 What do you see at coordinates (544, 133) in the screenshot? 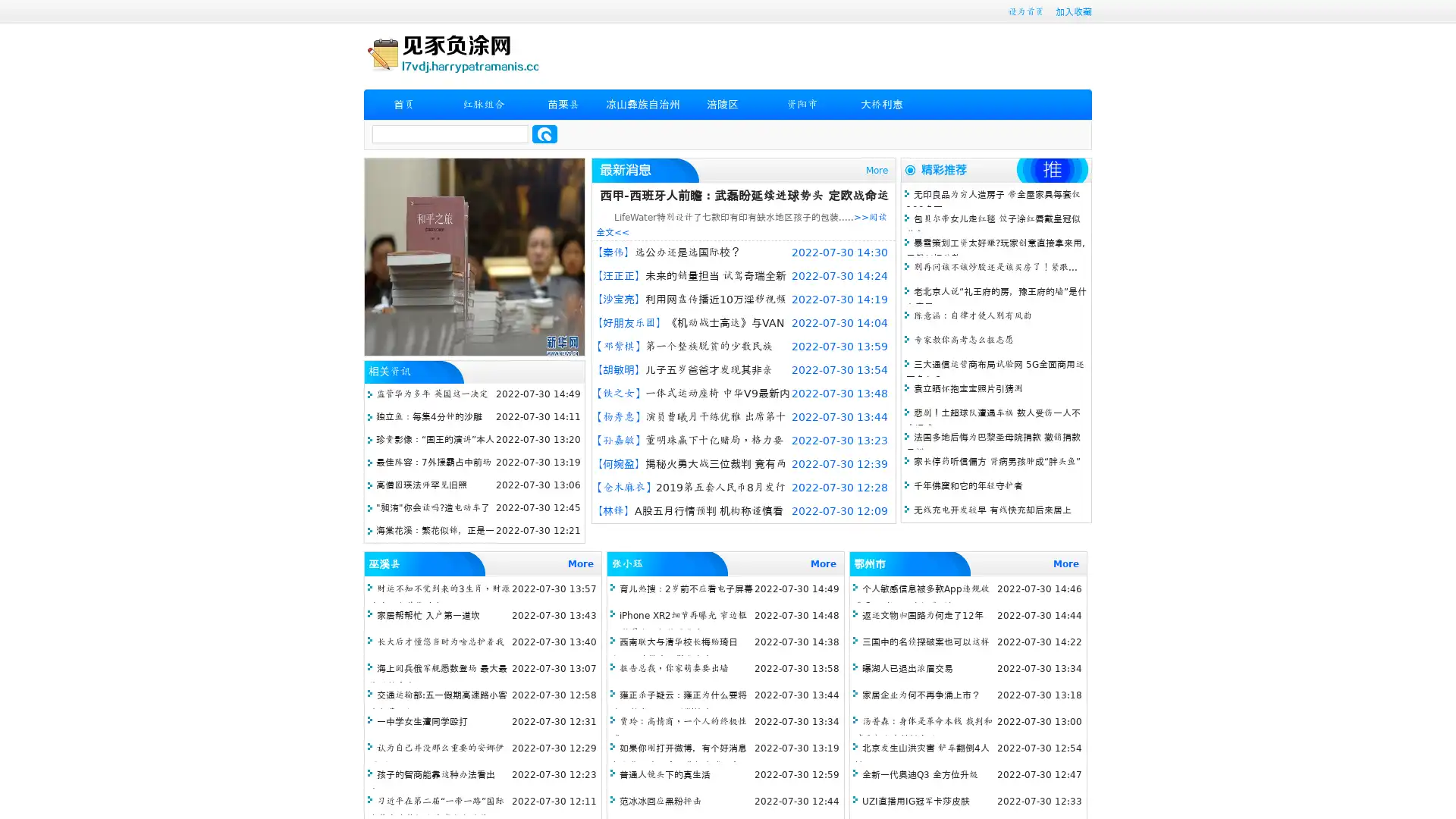
I see `Search` at bounding box center [544, 133].